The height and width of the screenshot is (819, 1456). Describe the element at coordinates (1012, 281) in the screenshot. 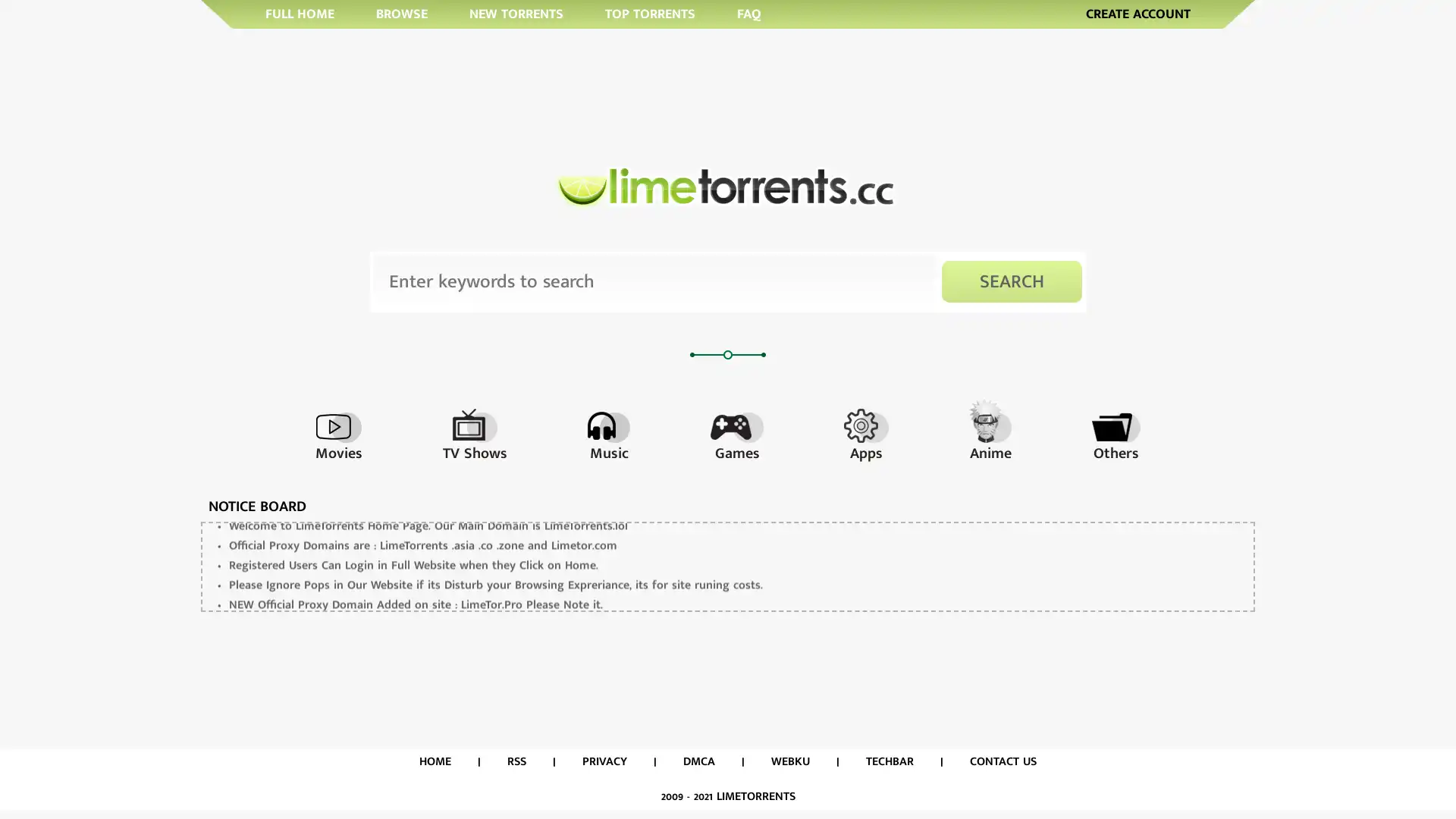

I see `Search` at that location.